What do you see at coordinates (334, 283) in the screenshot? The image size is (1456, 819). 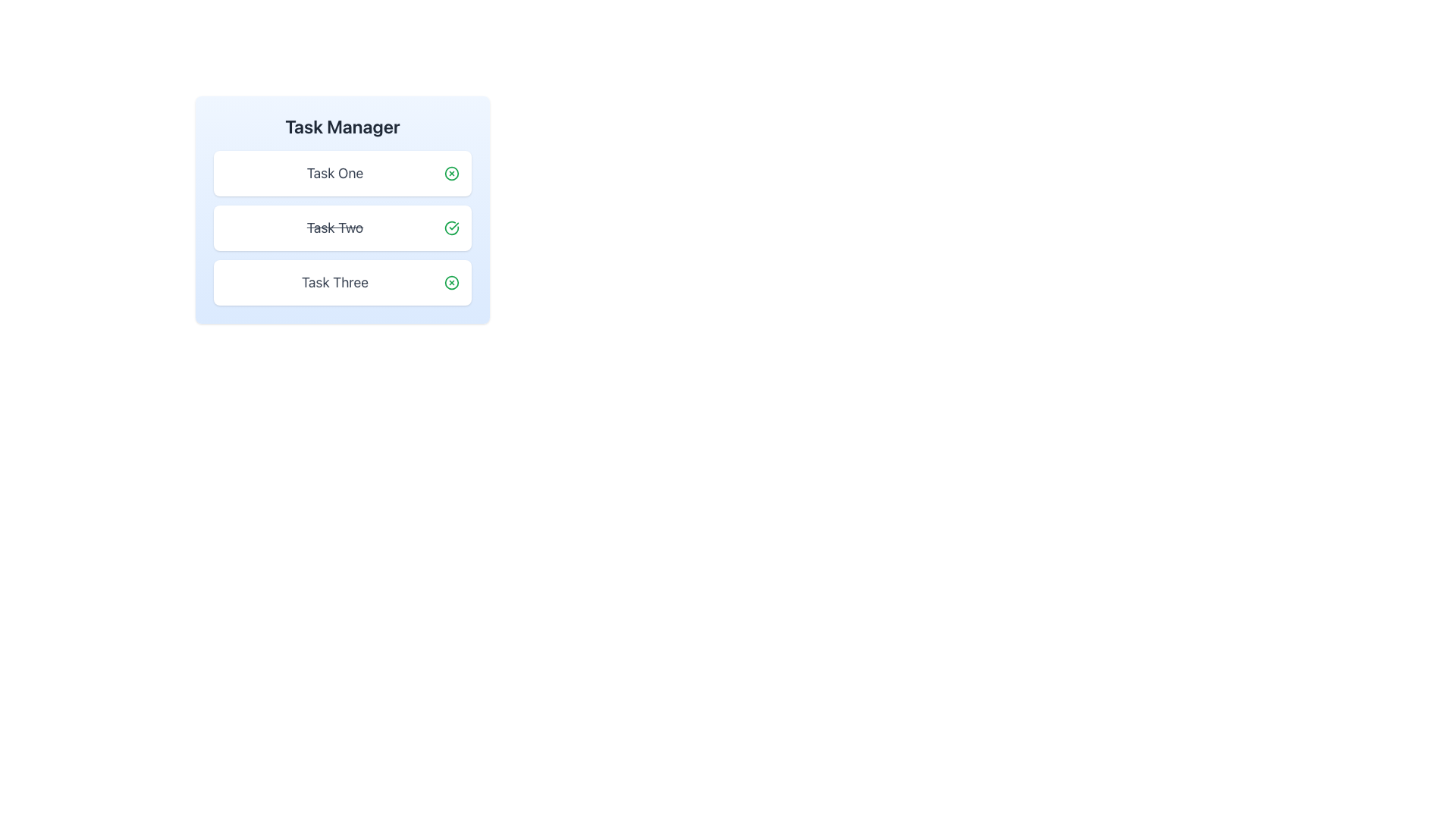 I see `the text label displaying 'Task Three' in a bold, gray font within the task list under 'Task Manager'` at bounding box center [334, 283].